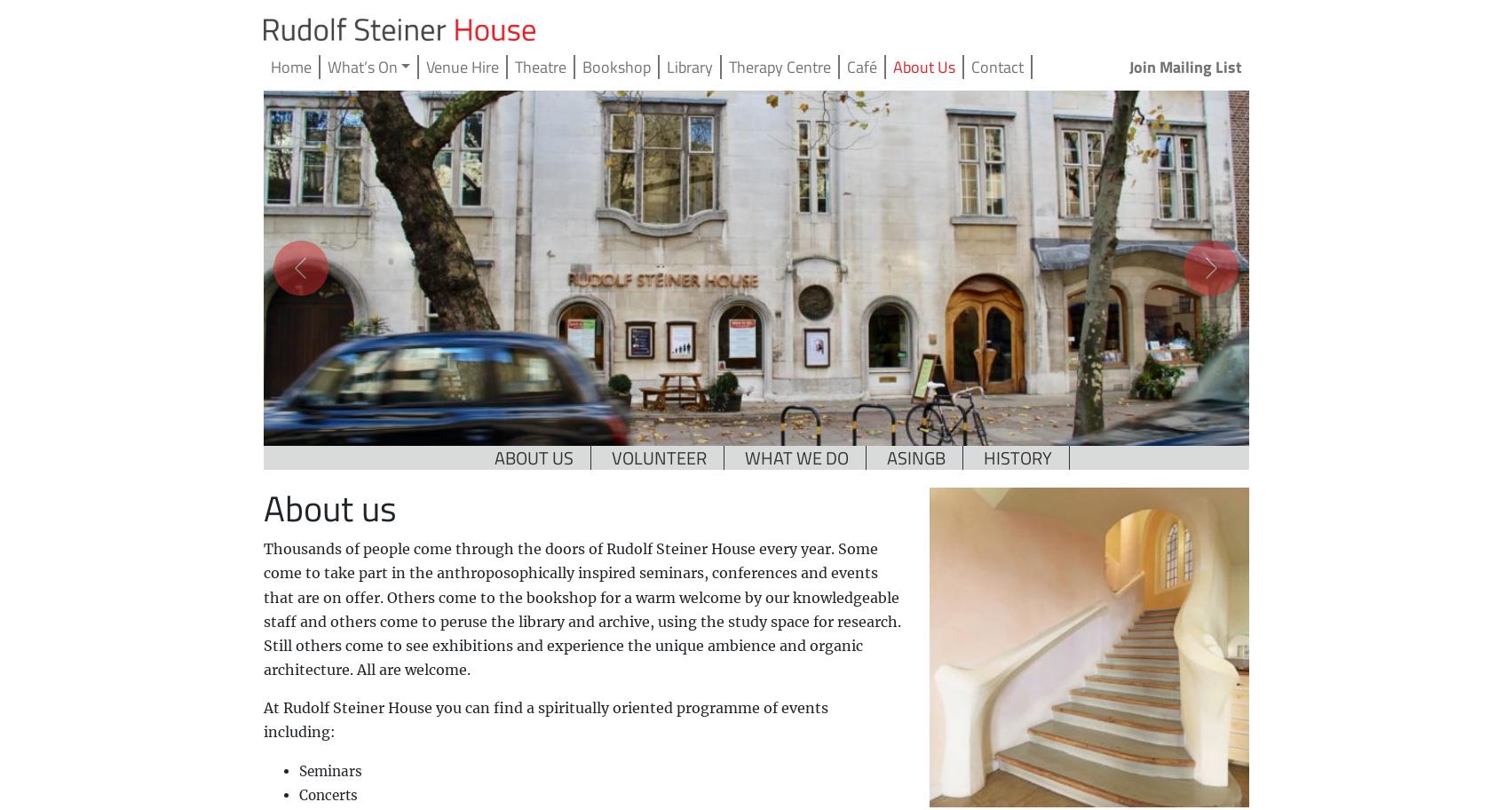 This screenshot has width=1512, height=810. I want to click on 'At Rudolf Steiner House you can find a spiritually oriented programme of events including:', so click(261, 719).